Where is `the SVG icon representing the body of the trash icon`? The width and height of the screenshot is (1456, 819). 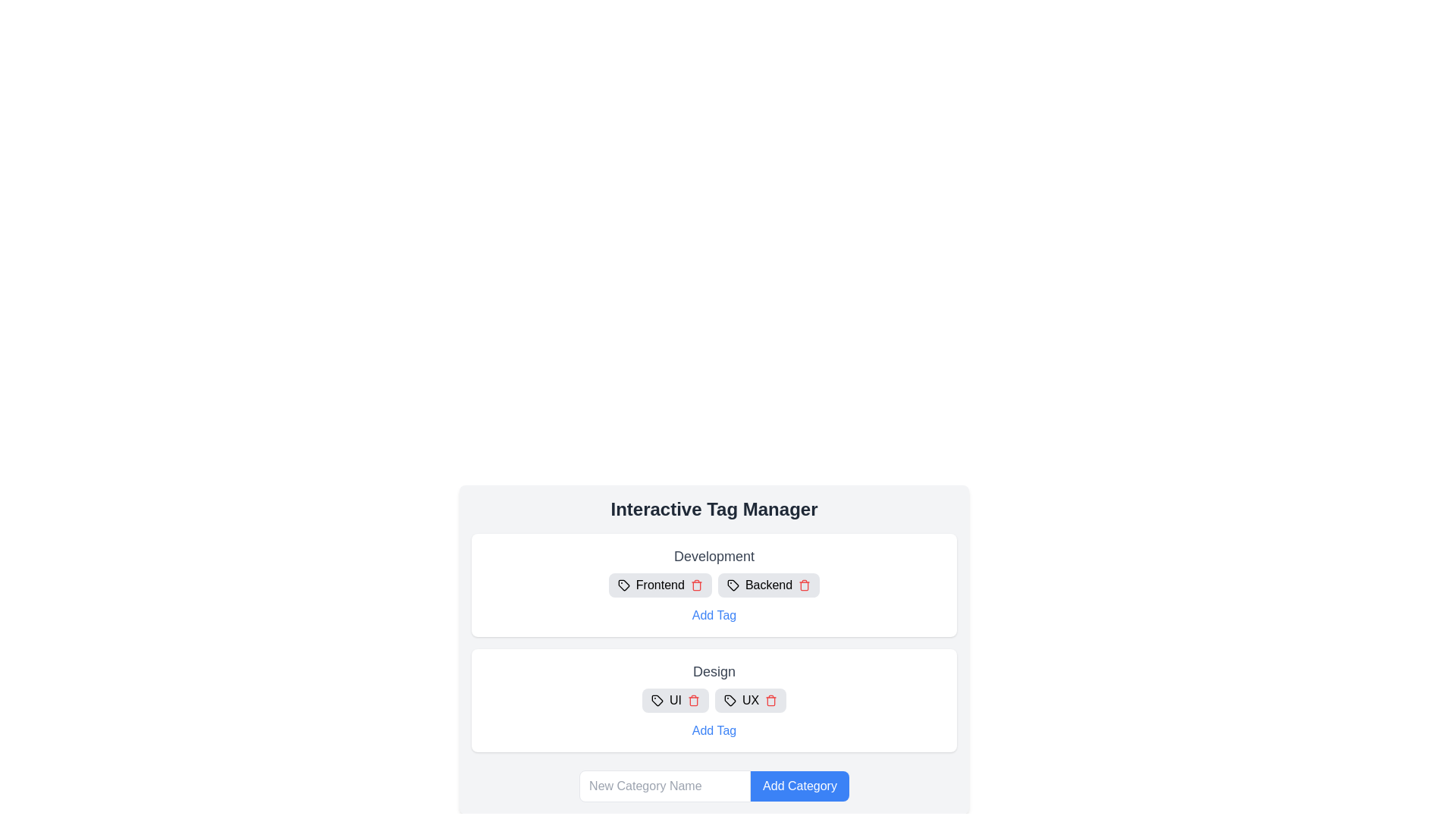 the SVG icon representing the body of the trash icon is located at coordinates (692, 701).